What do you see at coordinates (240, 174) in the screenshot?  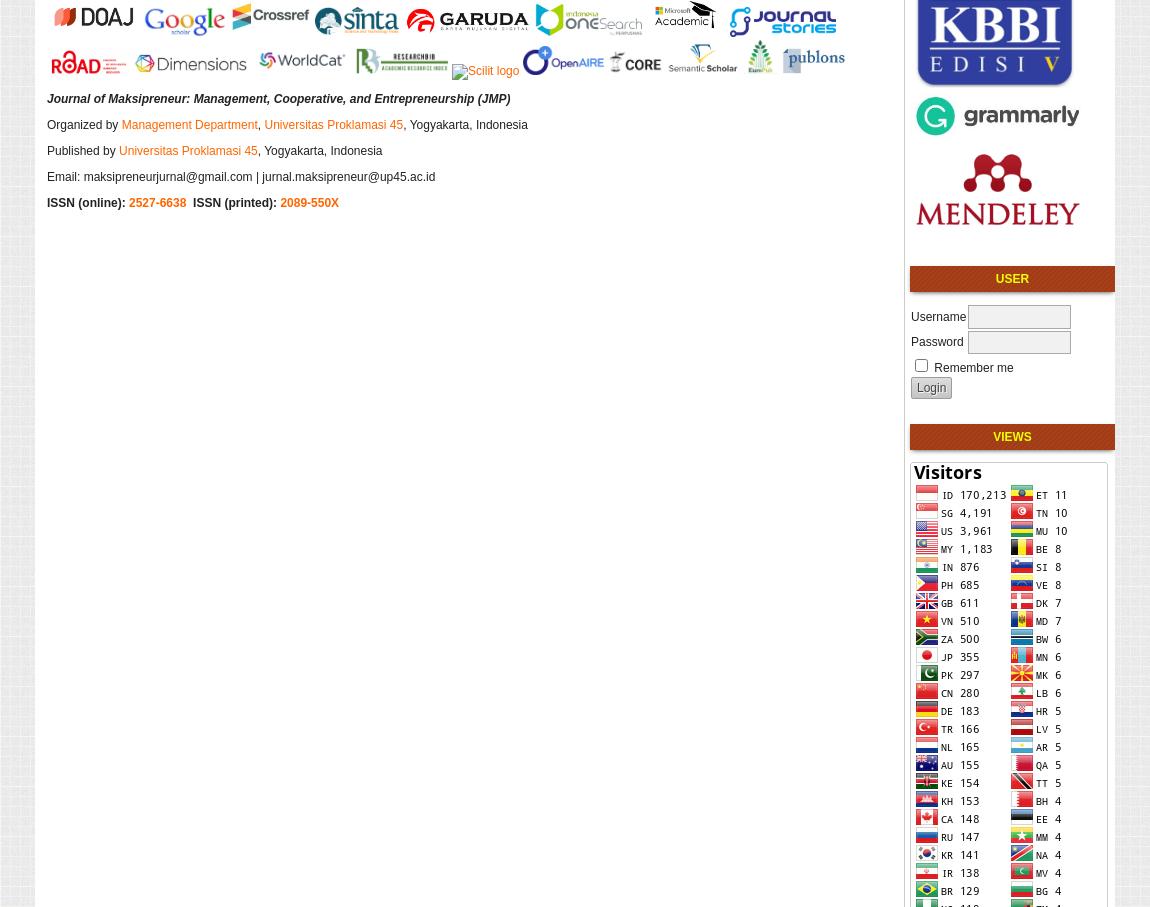 I see `'Email: maksipreneurjurnal@gmail.com | jurnal.maksipreneur@up45.ac.id'` at bounding box center [240, 174].